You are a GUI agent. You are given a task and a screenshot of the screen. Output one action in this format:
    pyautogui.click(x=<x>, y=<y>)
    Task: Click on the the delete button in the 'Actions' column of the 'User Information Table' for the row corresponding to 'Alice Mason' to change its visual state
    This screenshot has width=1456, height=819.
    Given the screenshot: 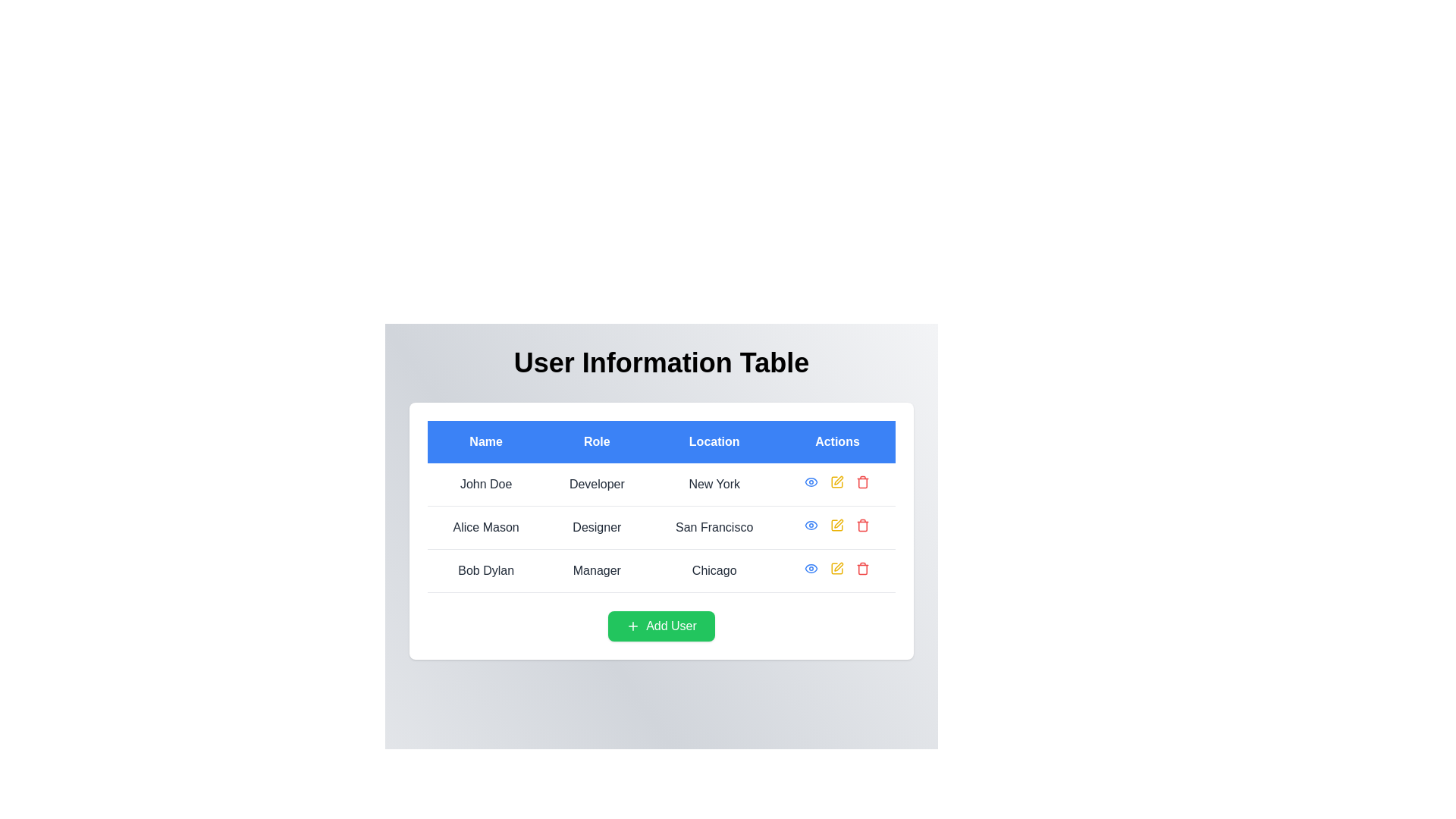 What is the action you would take?
    pyautogui.click(x=863, y=525)
    